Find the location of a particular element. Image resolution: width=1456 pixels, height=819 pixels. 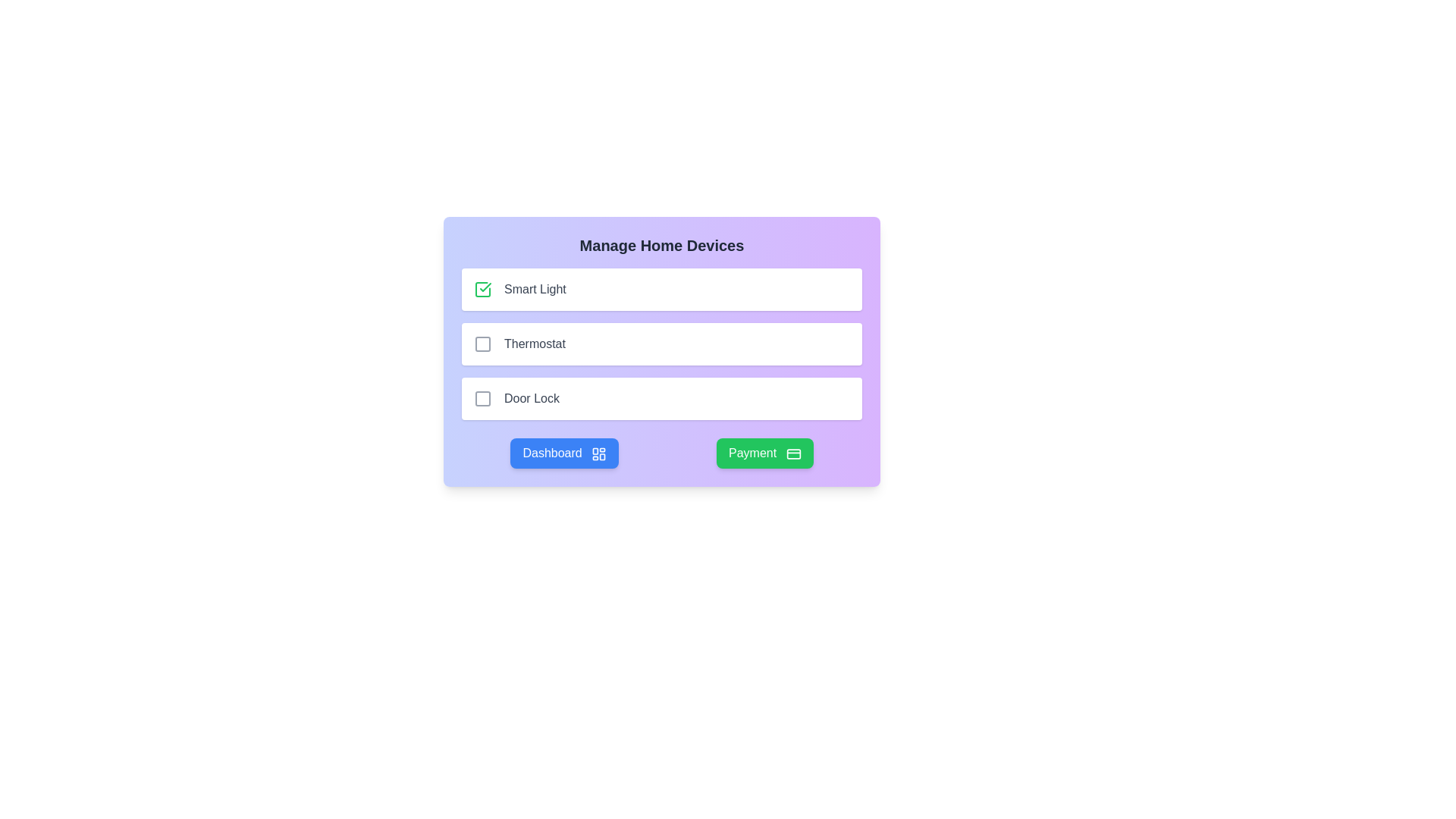

the checkbox located to the left of the 'Door Lock' label, which is styled with a thin border and no background, to focus on it is located at coordinates (482, 397).